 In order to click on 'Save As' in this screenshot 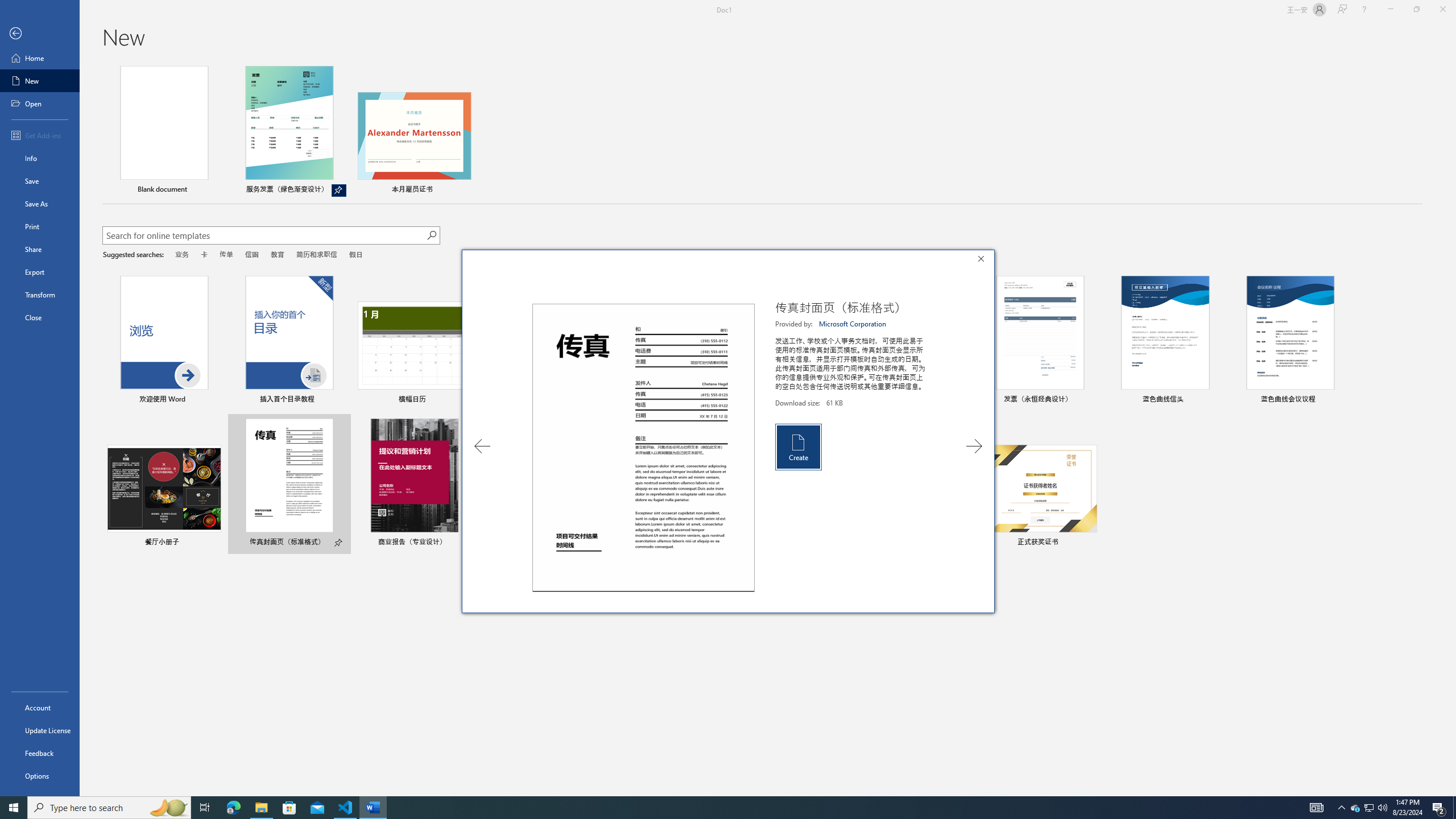, I will do `click(39, 202)`.